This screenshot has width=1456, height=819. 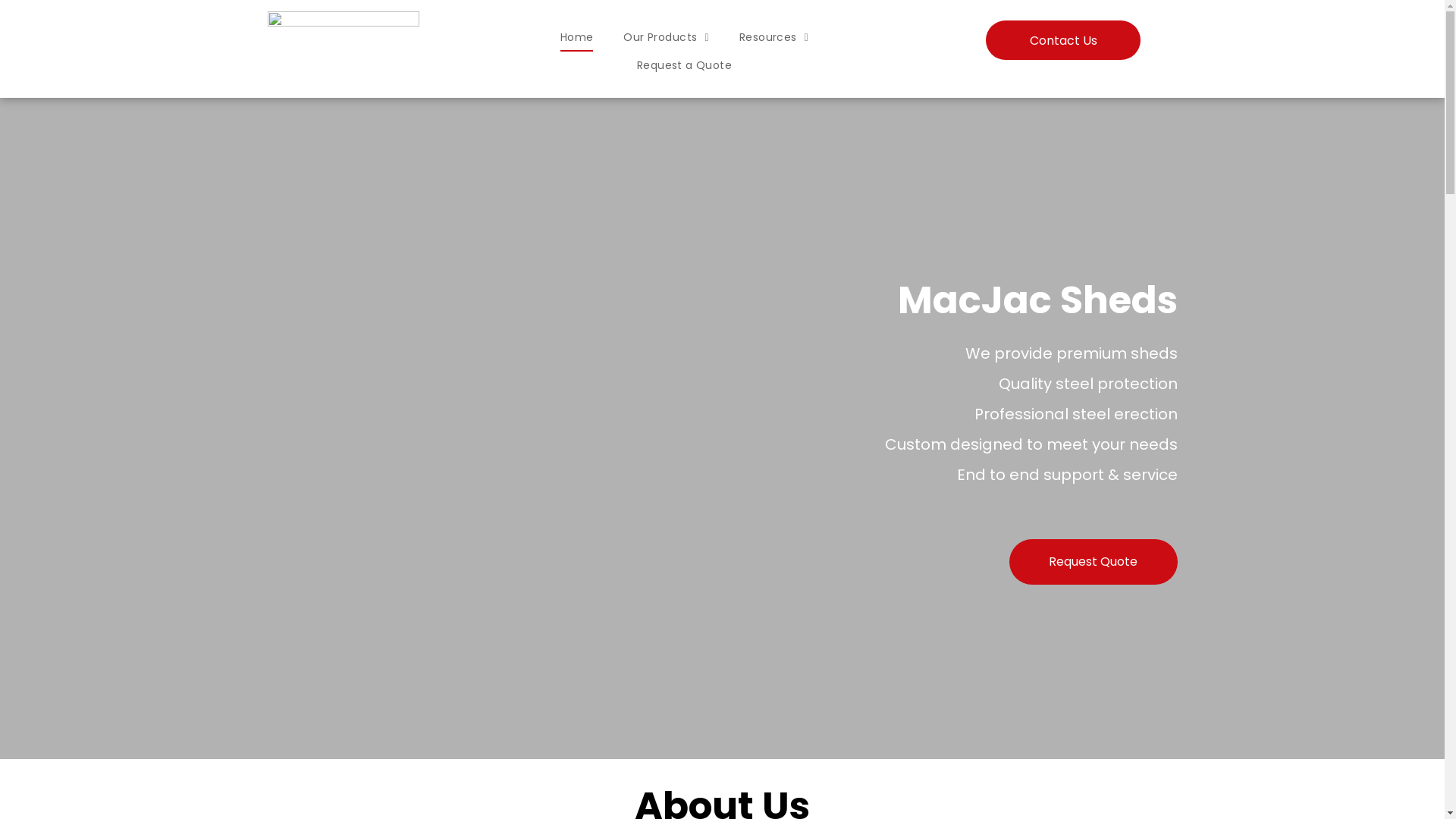 I want to click on 'Contact Us', so click(x=1062, y=39).